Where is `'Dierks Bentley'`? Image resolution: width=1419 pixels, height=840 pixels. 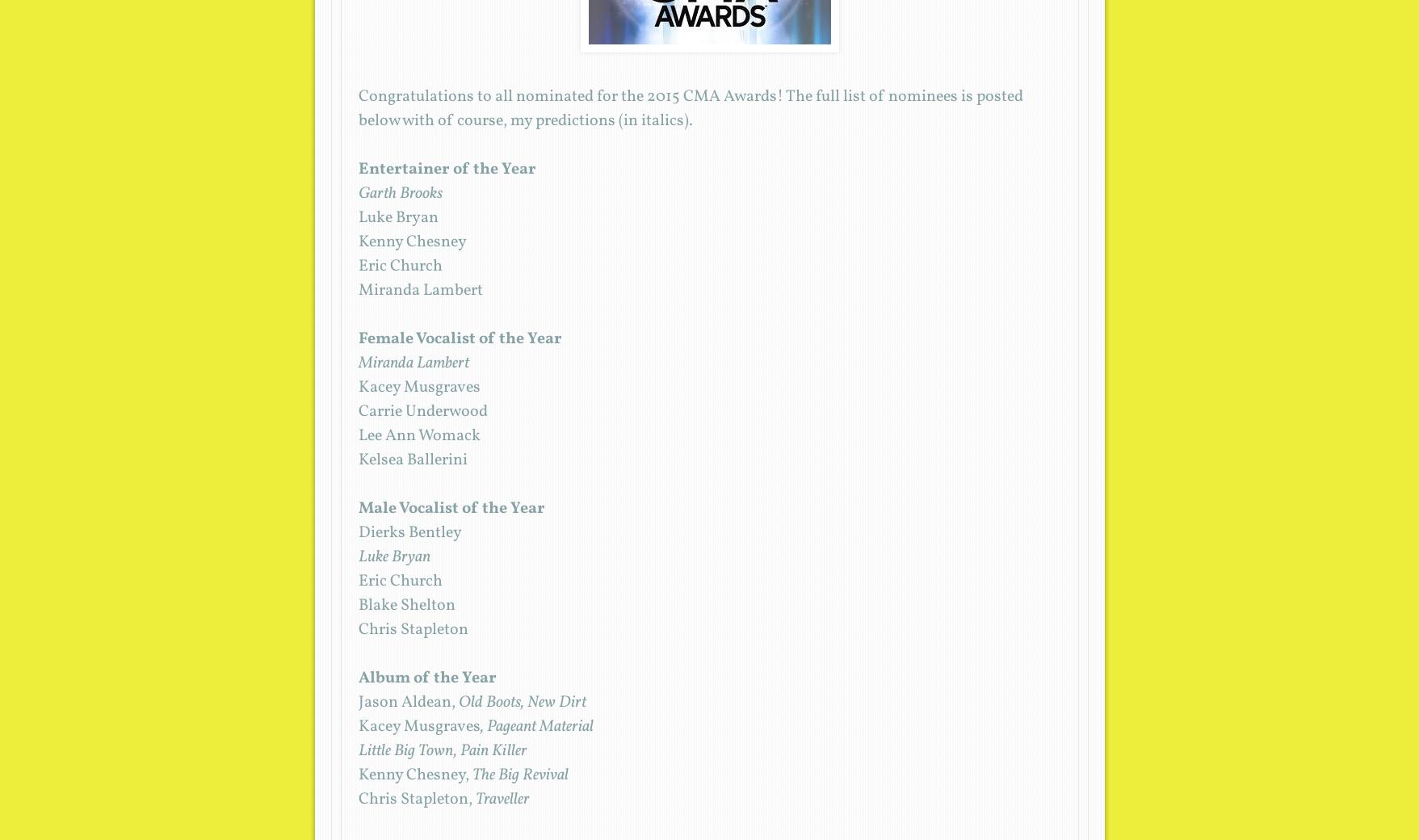
'Dierks Bentley' is located at coordinates (409, 532).